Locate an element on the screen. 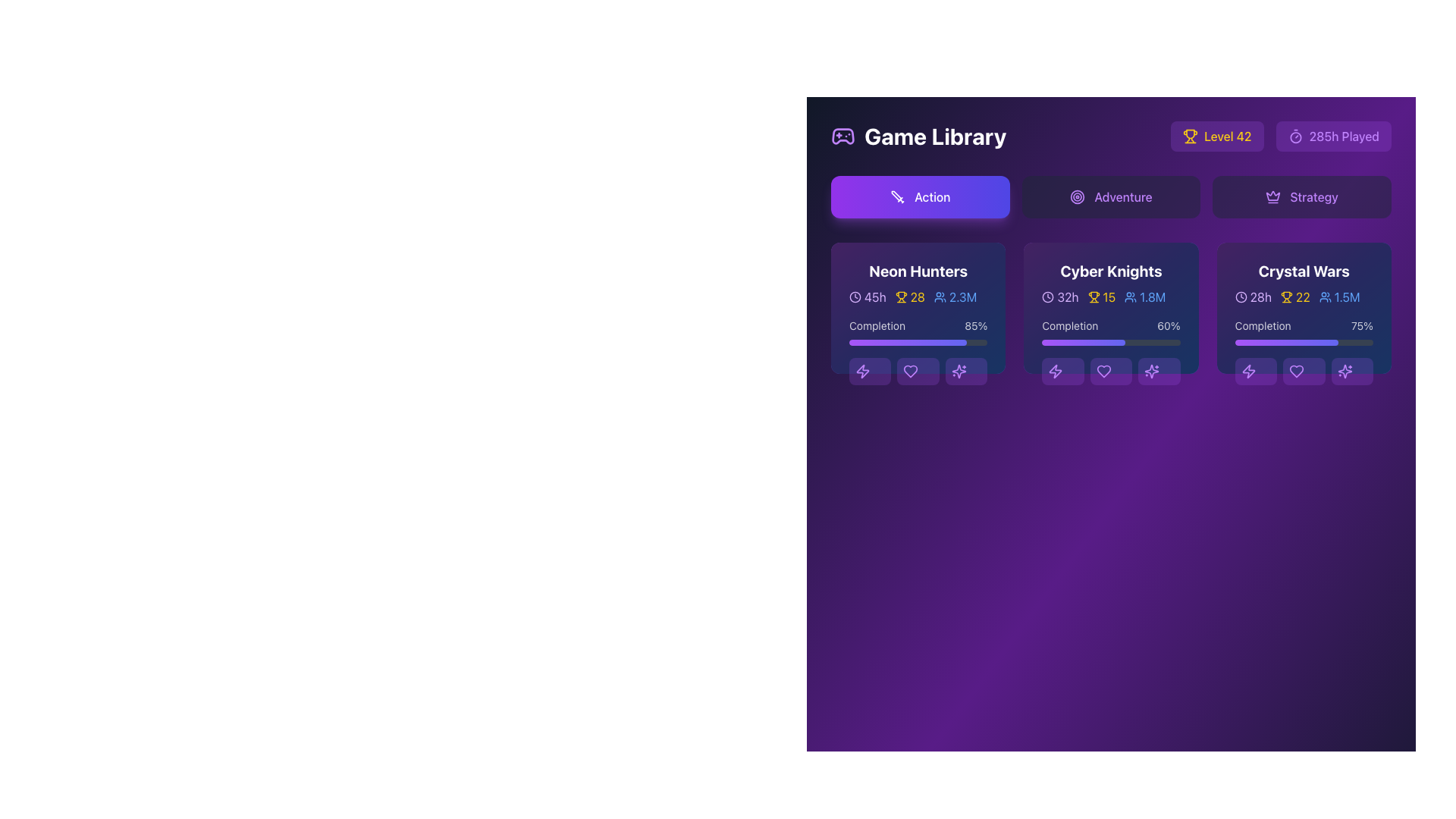  the circular SVG graphic element representing part of a clock icon located in the top-right corner of the UI segment for game information is located at coordinates (855, 297).